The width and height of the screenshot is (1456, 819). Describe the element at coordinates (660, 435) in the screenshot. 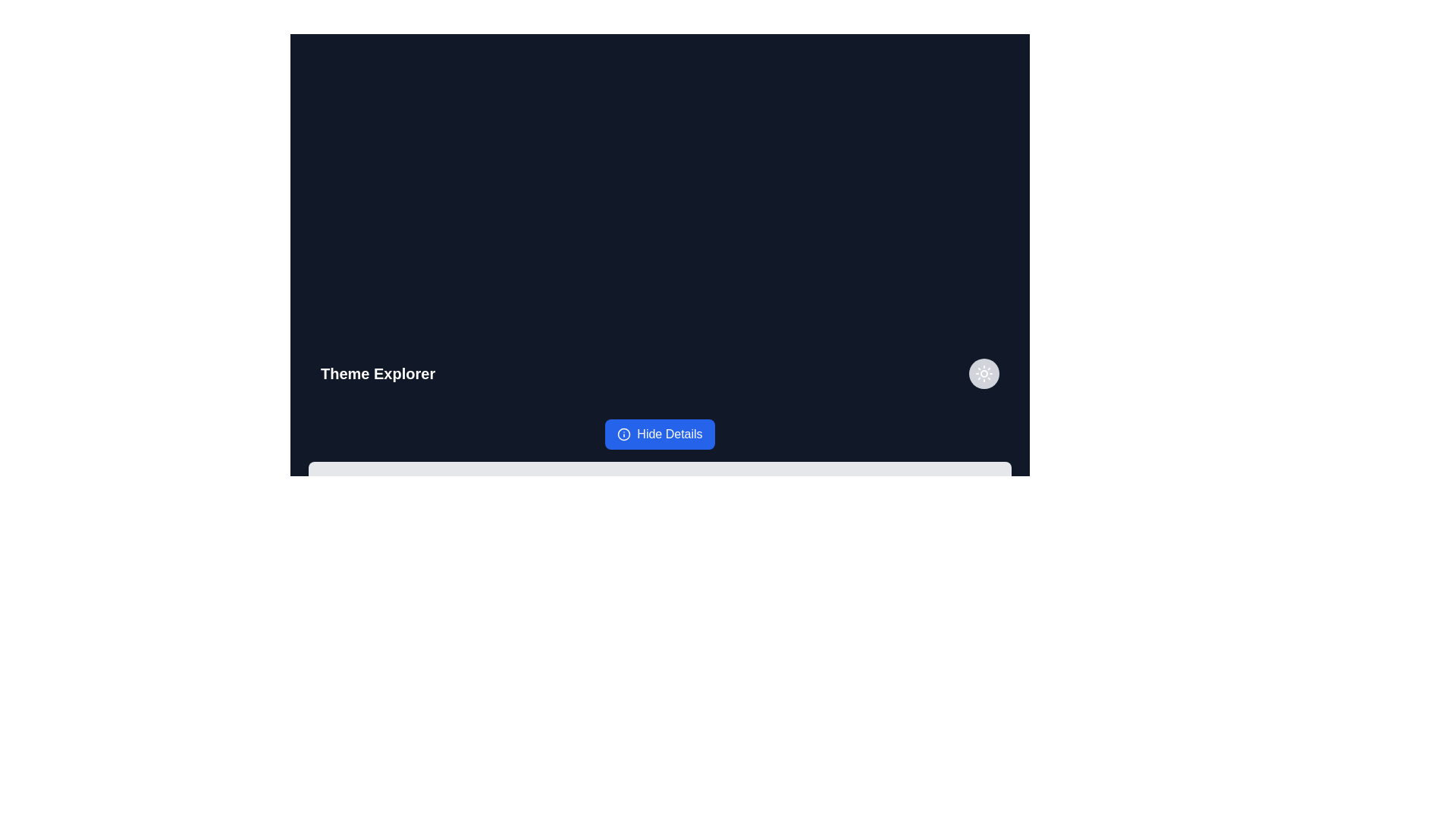

I see `the blue 'Hide Details' button with rounded corners and an information icon to change its appearance` at that location.